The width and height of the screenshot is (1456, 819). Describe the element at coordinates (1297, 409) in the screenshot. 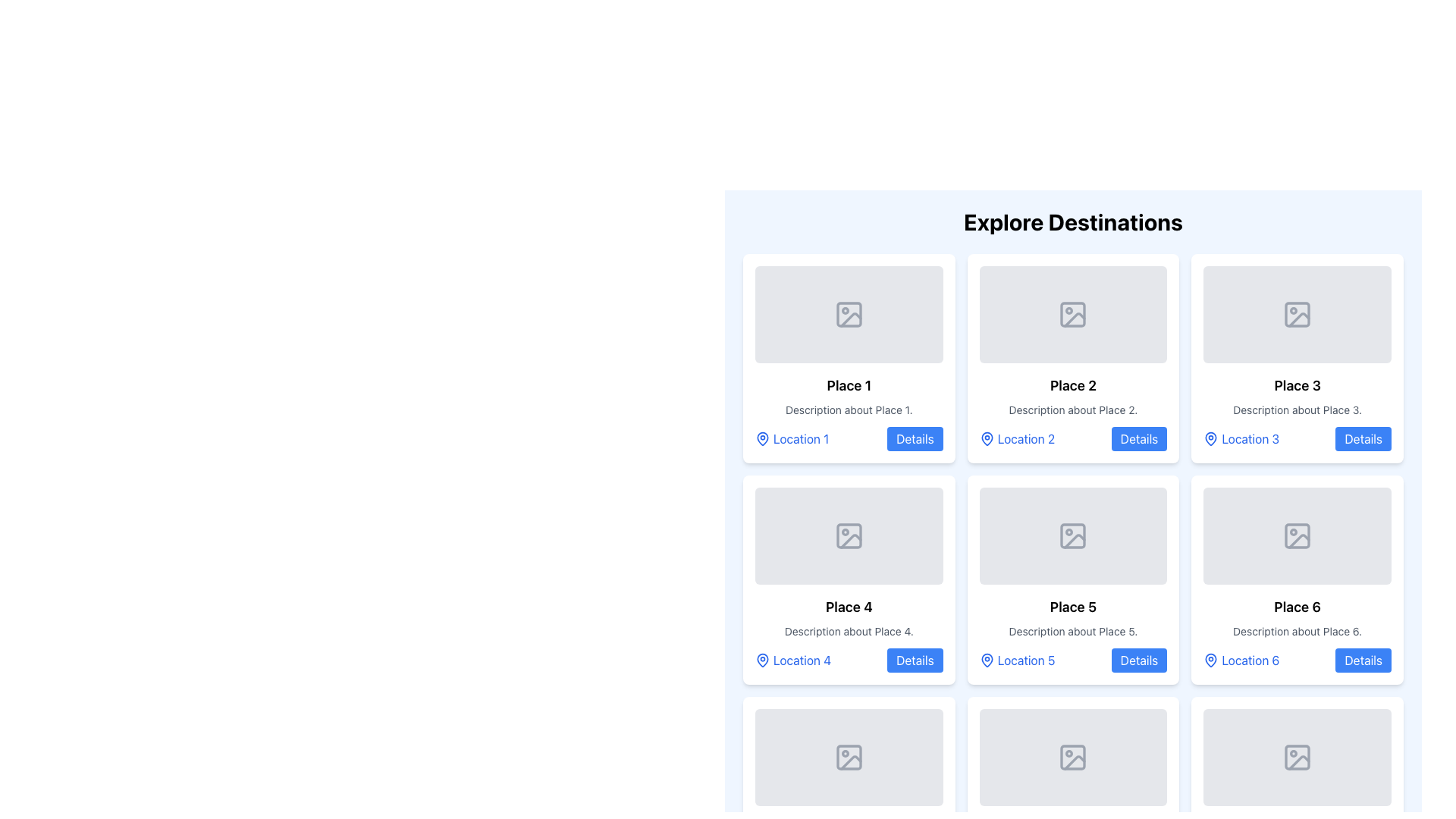

I see `the descriptive text element located below the title in the card labeled 'Place 3', which provides additional context about the place` at that location.